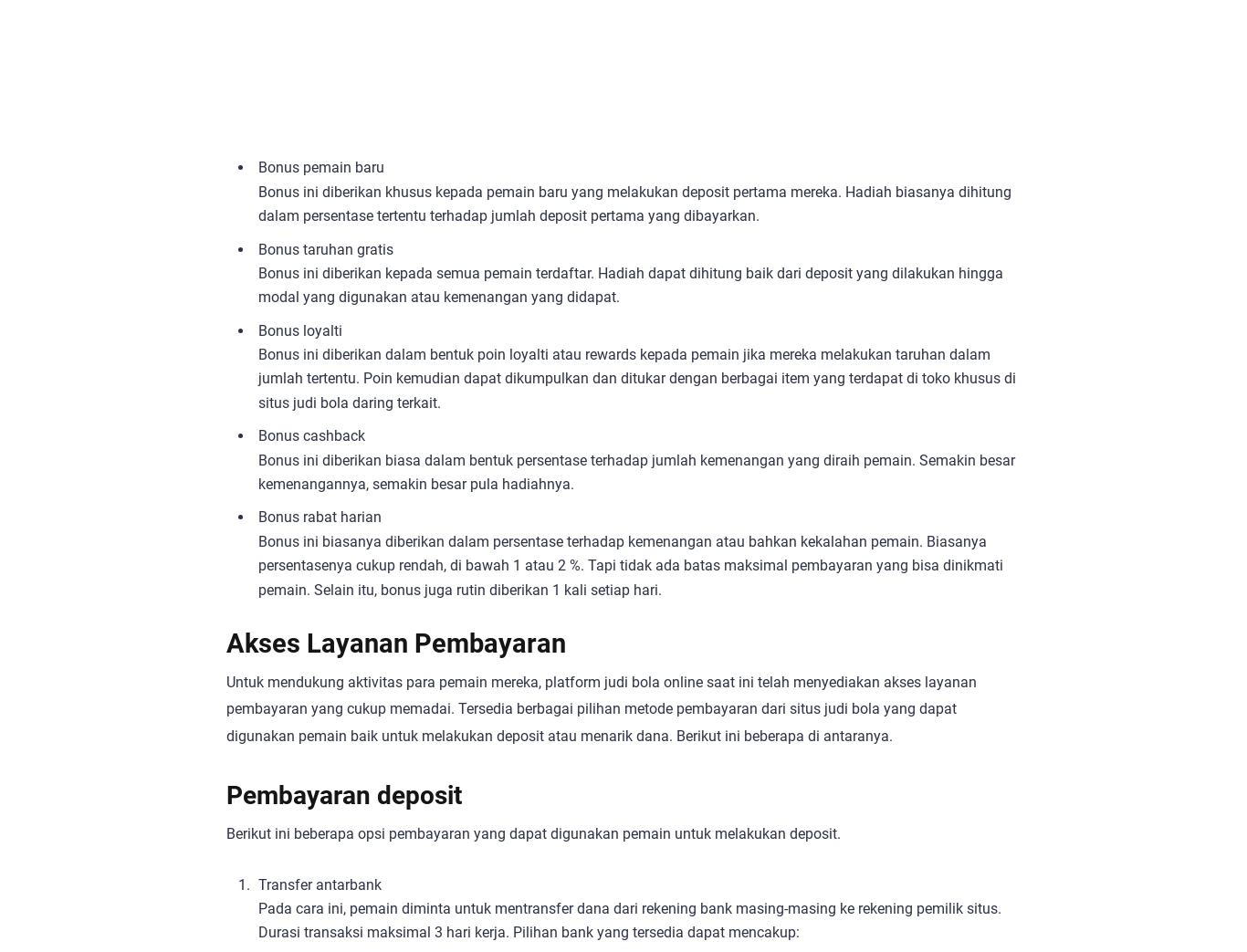 Image resolution: width=1247 pixels, height=952 pixels. I want to click on 'Bonus ini diberikan khusus kepada pemain baru yang melakukan deposit pertama mereka. Hadiah biasanya dihitung dalam persentase tertentu terhadap jumlah deposit pertama yang dibayarkan.', so click(634, 202).